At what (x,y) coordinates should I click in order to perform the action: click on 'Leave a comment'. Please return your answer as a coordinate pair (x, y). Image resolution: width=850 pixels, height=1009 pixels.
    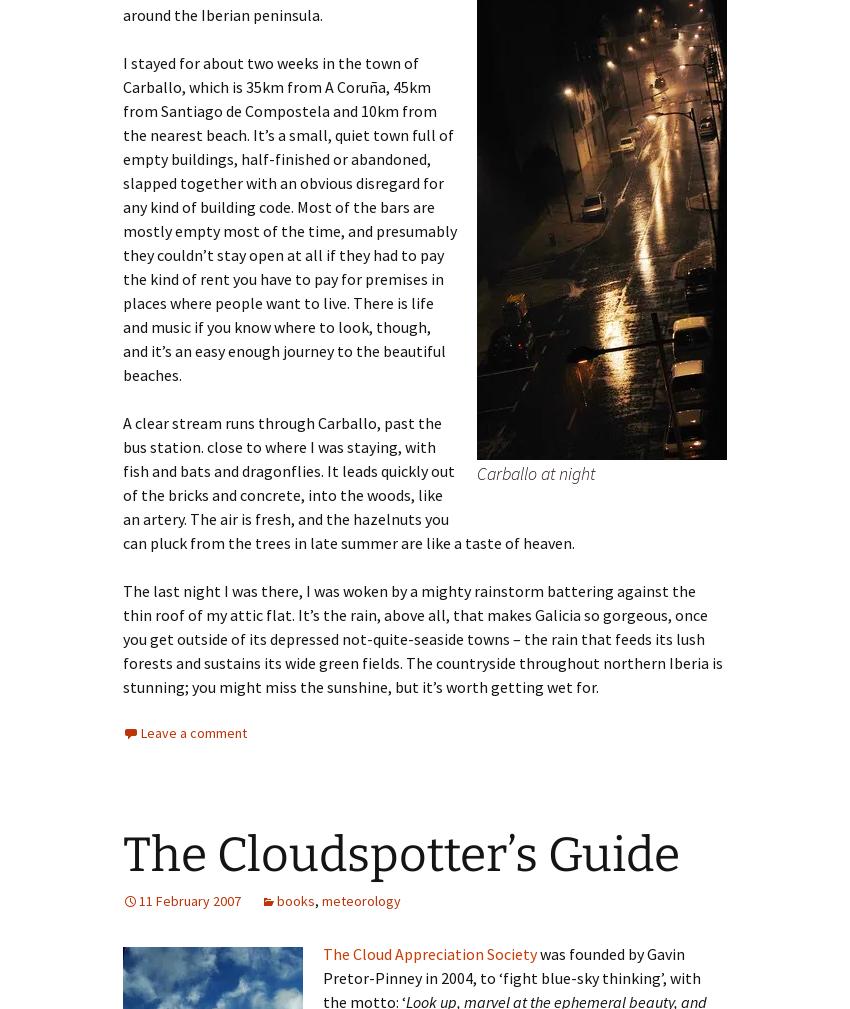
    Looking at the image, I should click on (192, 732).